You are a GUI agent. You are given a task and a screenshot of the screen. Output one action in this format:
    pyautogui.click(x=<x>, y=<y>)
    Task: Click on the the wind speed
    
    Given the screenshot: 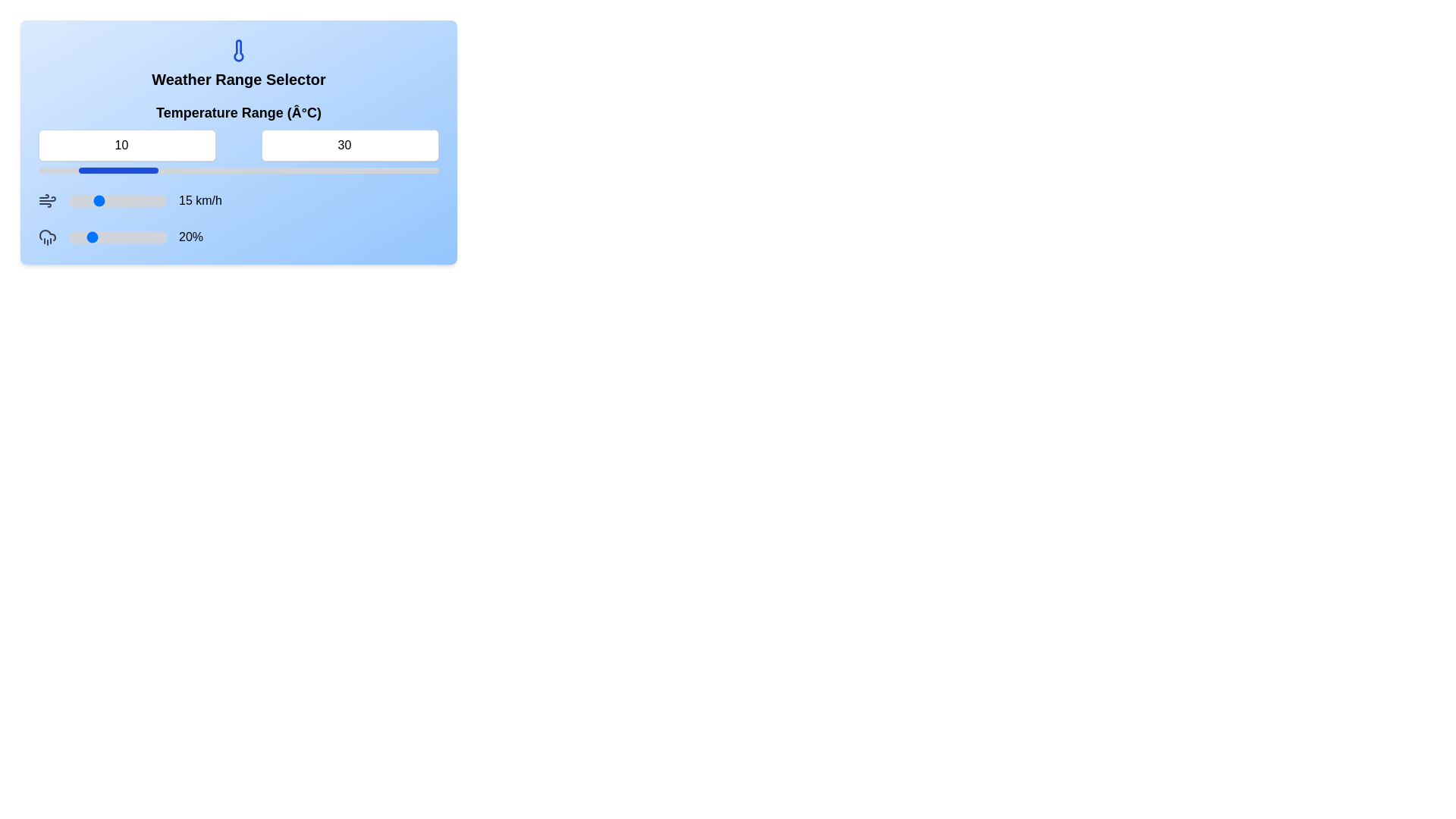 What is the action you would take?
    pyautogui.click(x=100, y=200)
    